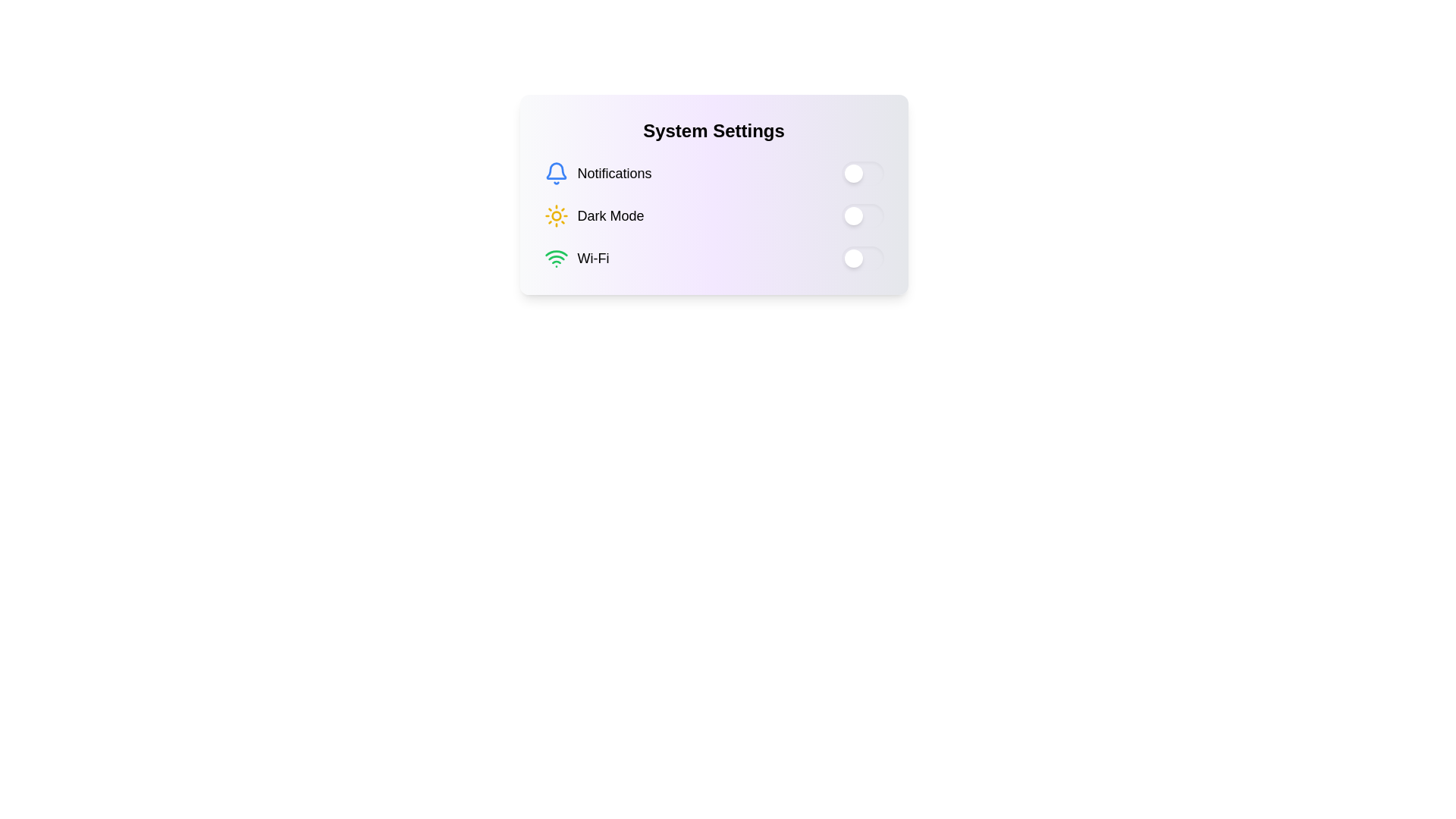 The height and width of the screenshot is (819, 1456). What do you see at coordinates (713, 216) in the screenshot?
I see `the toggle switch in the Settings option` at bounding box center [713, 216].